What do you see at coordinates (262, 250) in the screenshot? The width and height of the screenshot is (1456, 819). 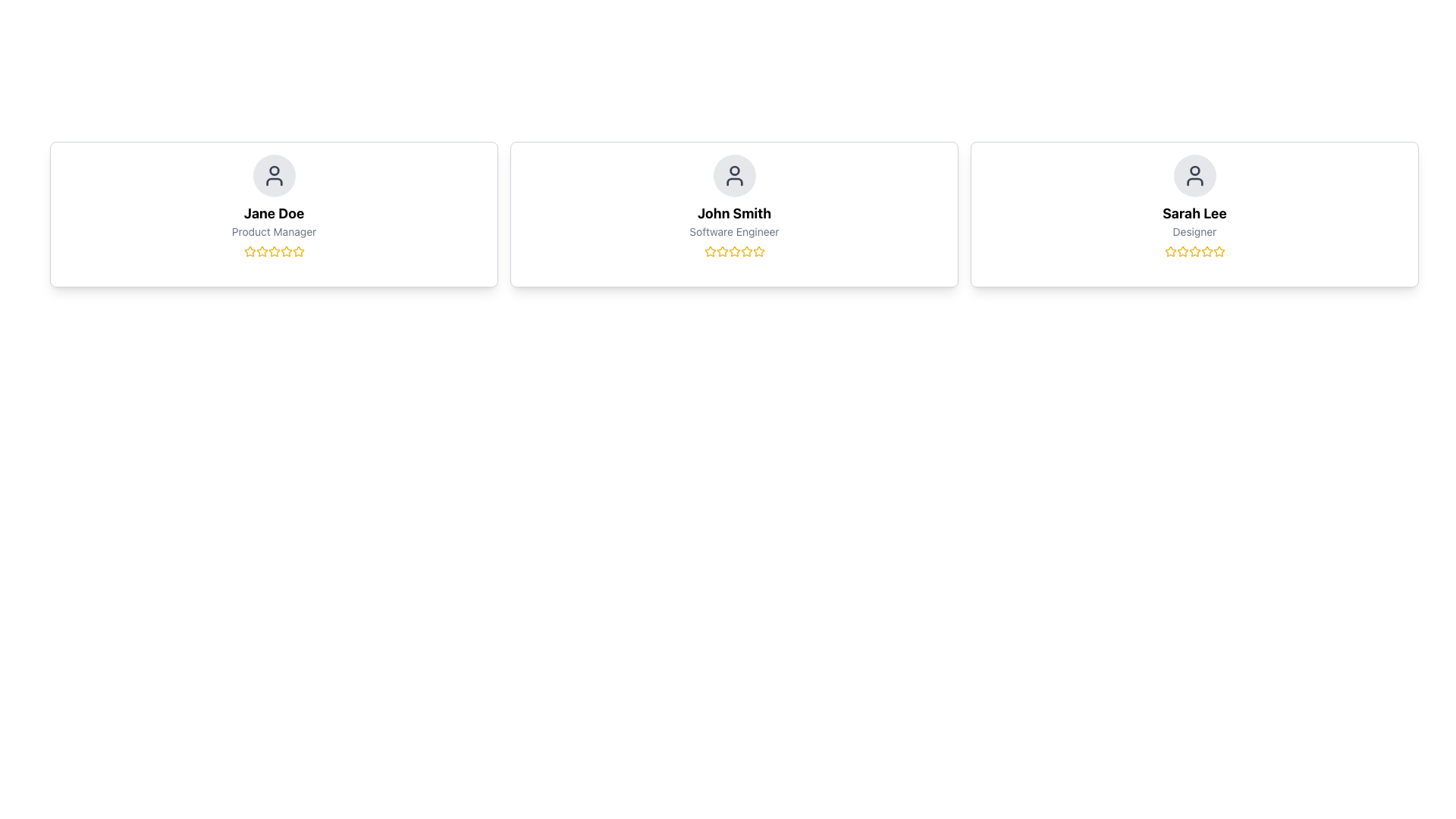 I see `the second star icon used for the rating level in the profile of 'Jane Doe', 'Product Manager' to interact with it` at bounding box center [262, 250].